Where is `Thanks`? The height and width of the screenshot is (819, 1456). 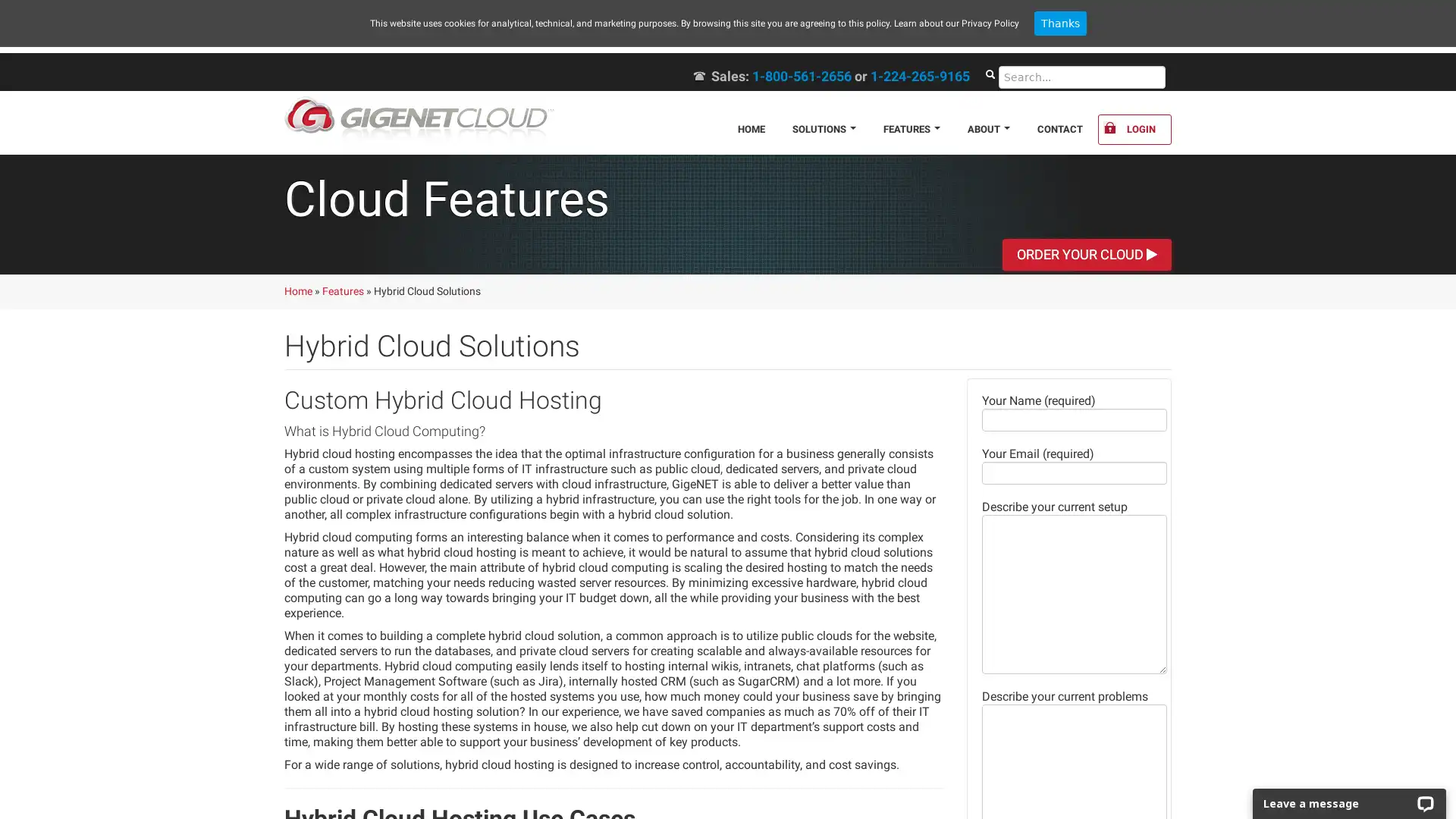 Thanks is located at coordinates (1059, 23).